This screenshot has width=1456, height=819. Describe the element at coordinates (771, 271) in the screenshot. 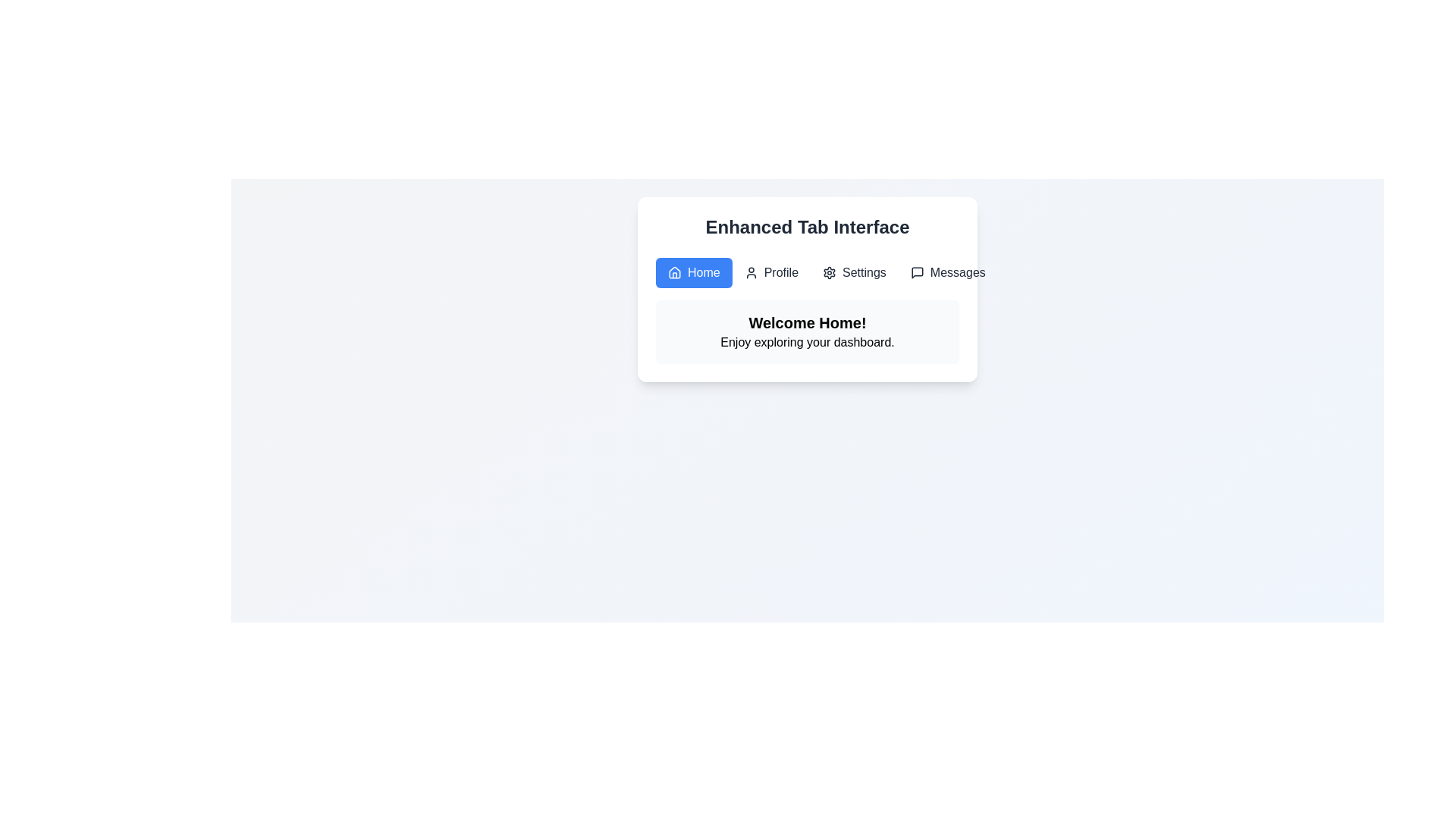

I see `the 'Profile' navigation button located in the second position from the left in the navigation bar` at that location.